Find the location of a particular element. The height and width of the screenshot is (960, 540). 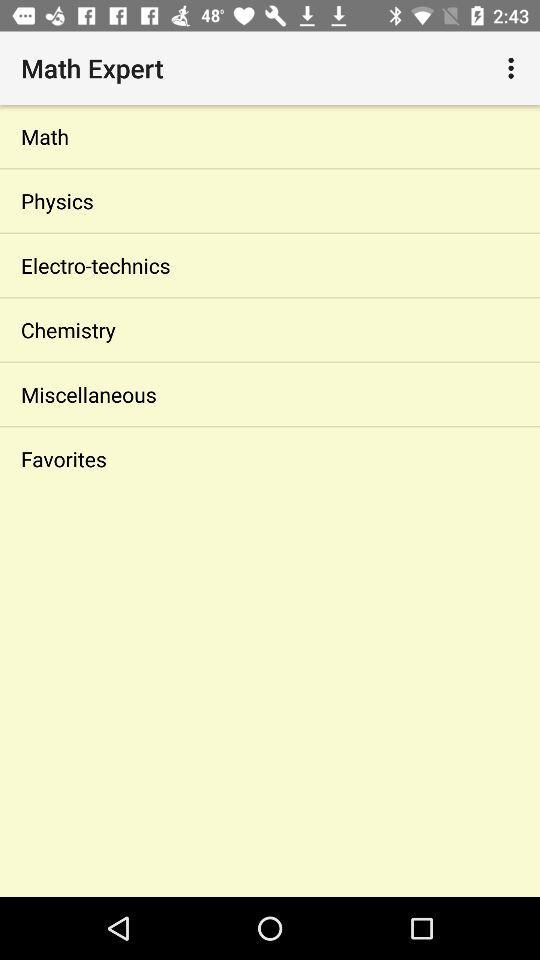

the item next to math expert app is located at coordinates (513, 68).